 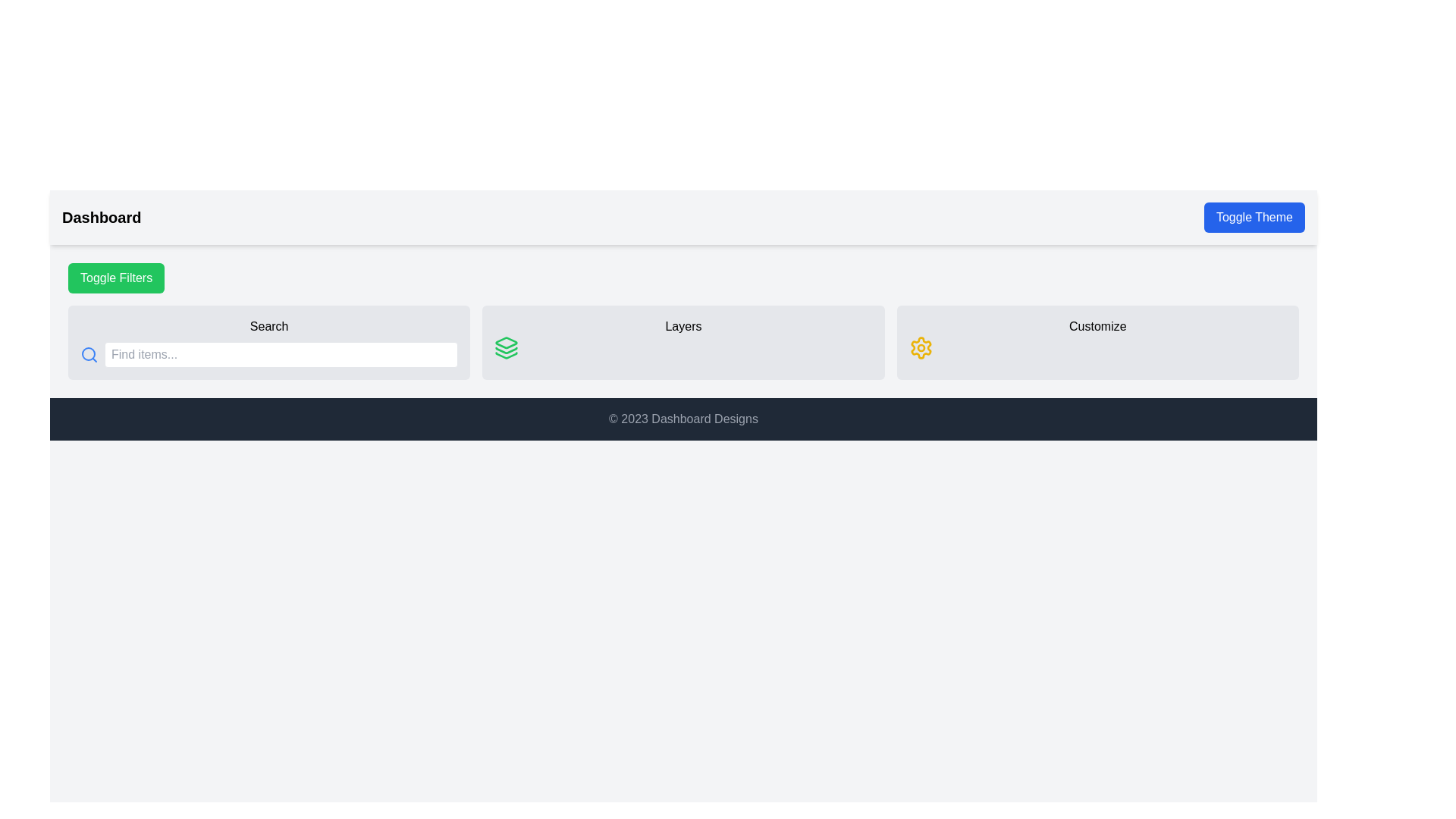 I want to click on the 'Dashboard' text label, which is styled in bold, large black font on a white background and is located on the left side of the header bar, before the 'Toggle Theme' button, so click(x=101, y=217).